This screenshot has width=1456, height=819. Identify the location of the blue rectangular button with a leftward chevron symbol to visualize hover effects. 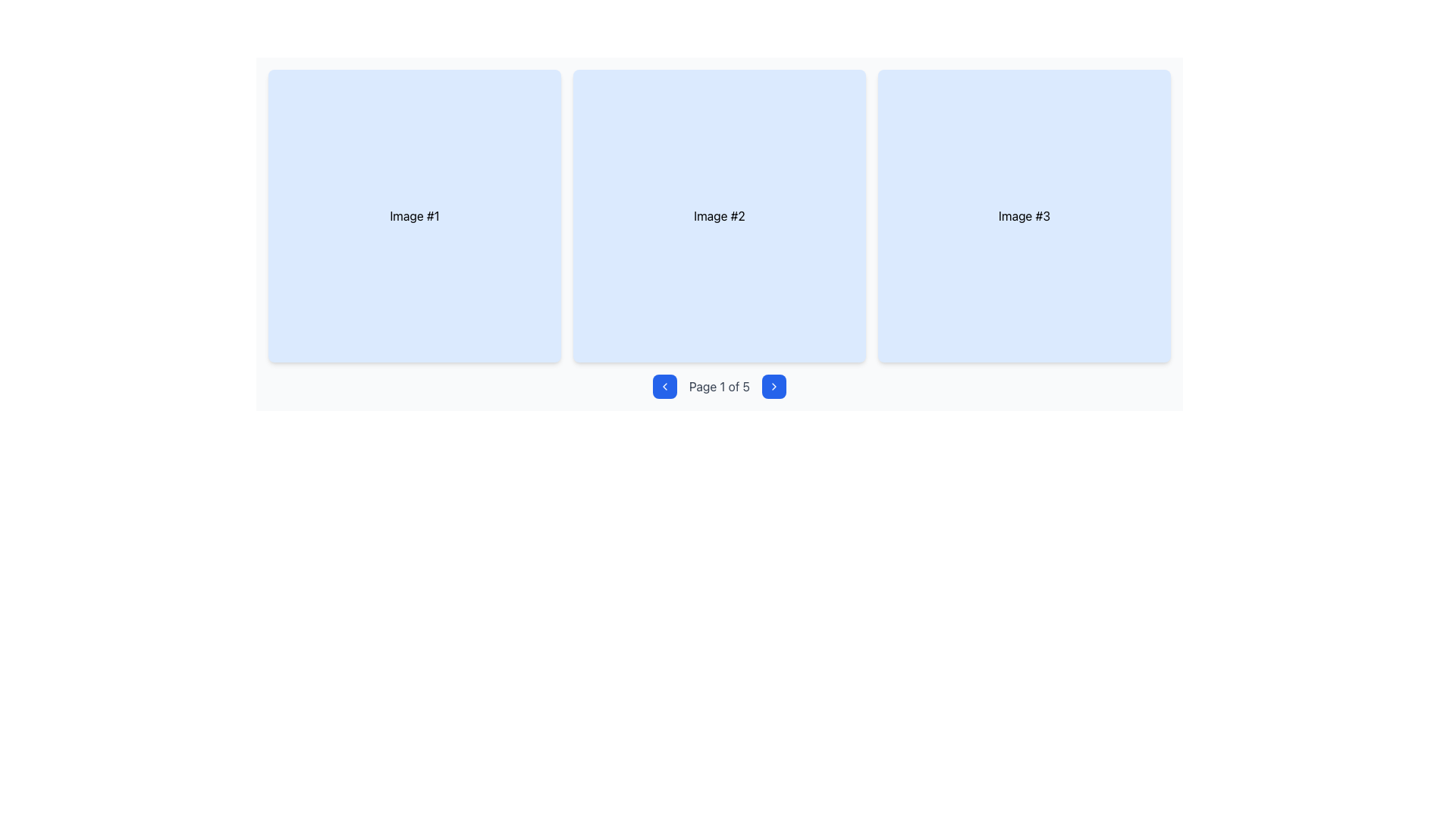
(664, 385).